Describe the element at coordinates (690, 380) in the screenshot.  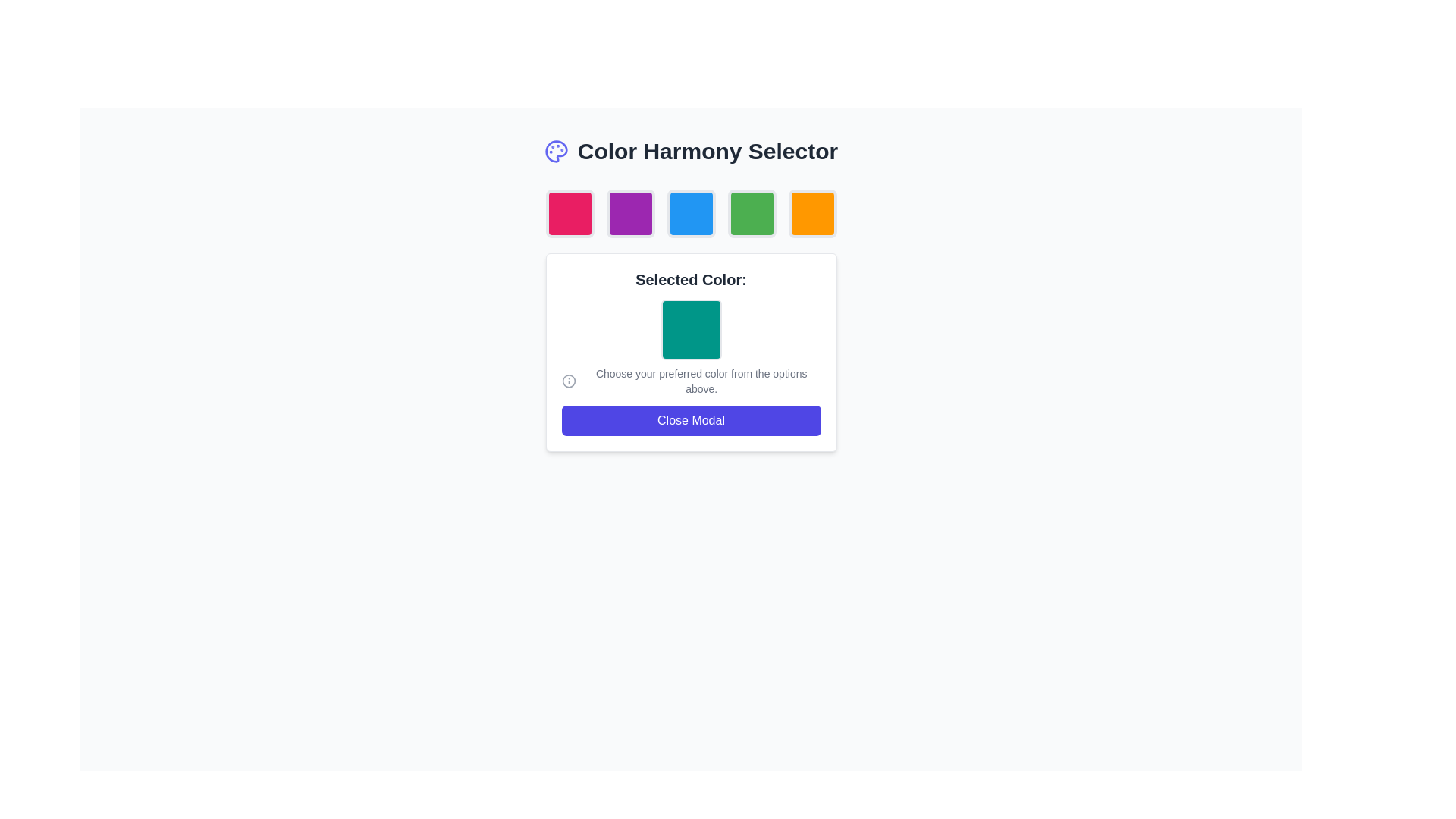
I see `the informational icon located centrally in the modal interface, positioned to the left of the descriptive text, to potentially reveal a tooltip with additional functionalities` at that location.